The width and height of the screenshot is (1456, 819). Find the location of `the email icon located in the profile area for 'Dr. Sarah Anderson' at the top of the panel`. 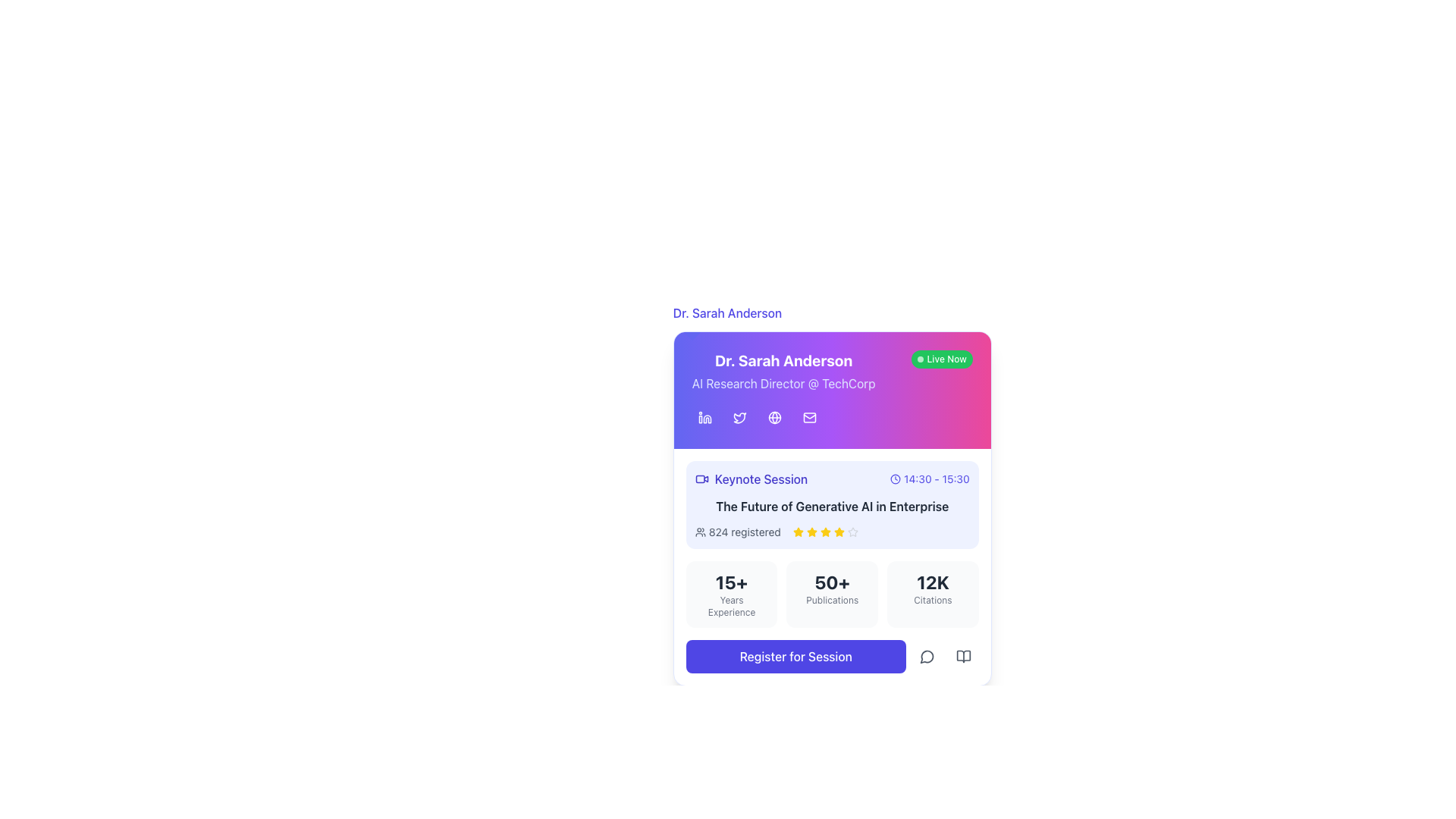

the email icon located in the profile area for 'Dr. Sarah Anderson' at the top of the panel is located at coordinates (831, 390).